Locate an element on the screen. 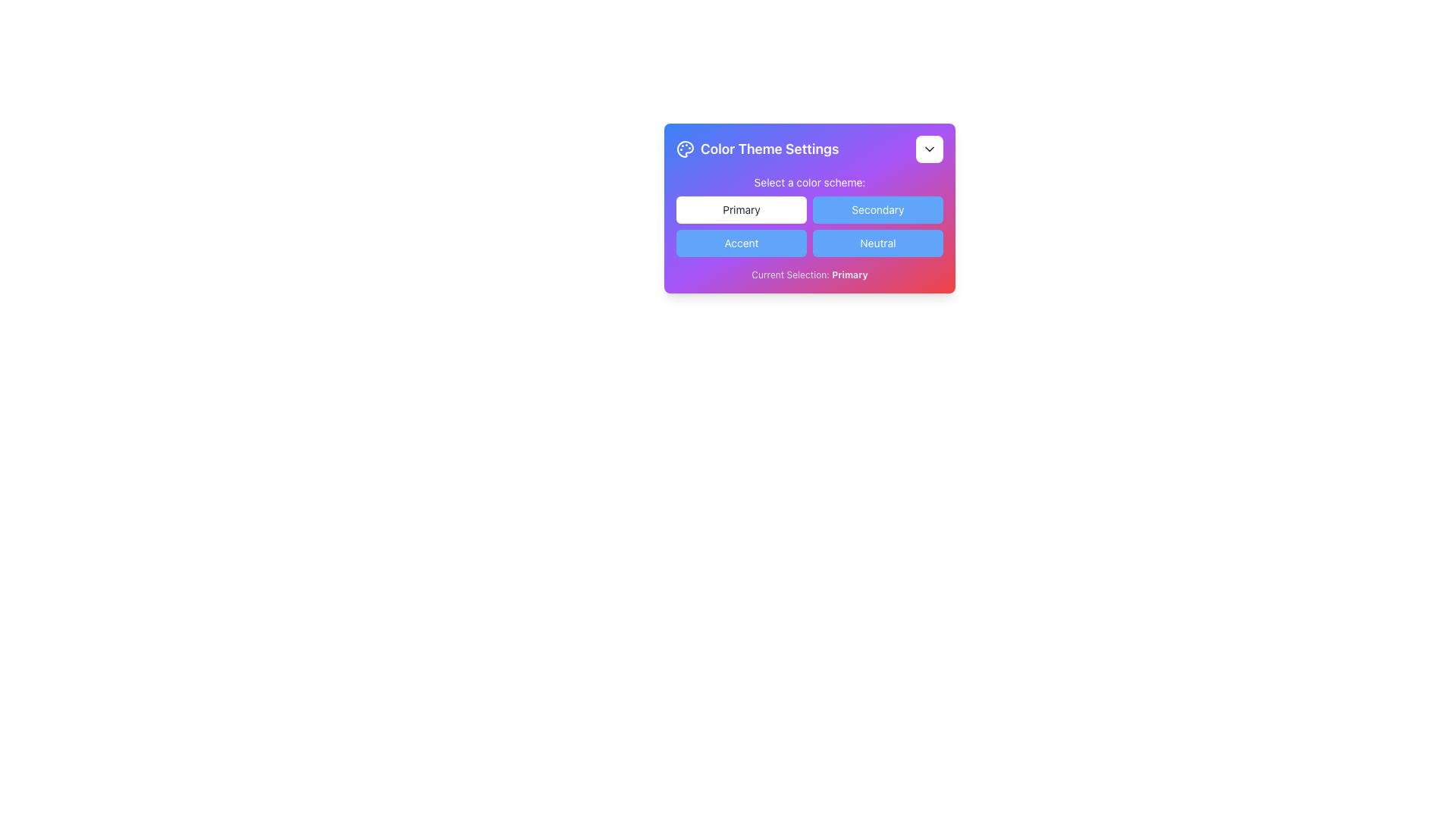 Image resolution: width=1456 pixels, height=819 pixels. the text label 'Primary' which indicates the currently selected color scheme in the settings menu is located at coordinates (849, 275).